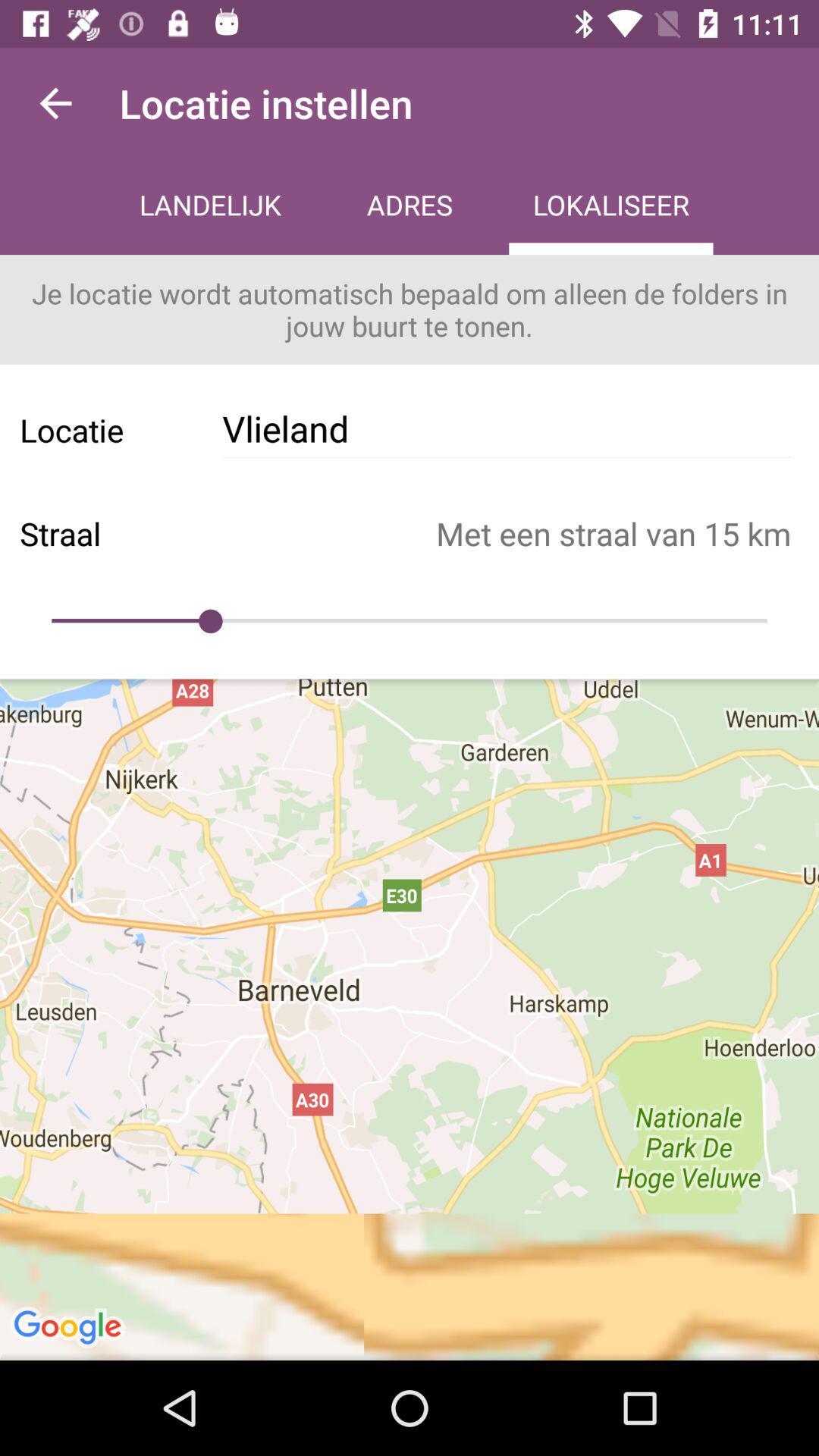 This screenshot has width=819, height=1456. I want to click on the lokaliseer item, so click(610, 206).